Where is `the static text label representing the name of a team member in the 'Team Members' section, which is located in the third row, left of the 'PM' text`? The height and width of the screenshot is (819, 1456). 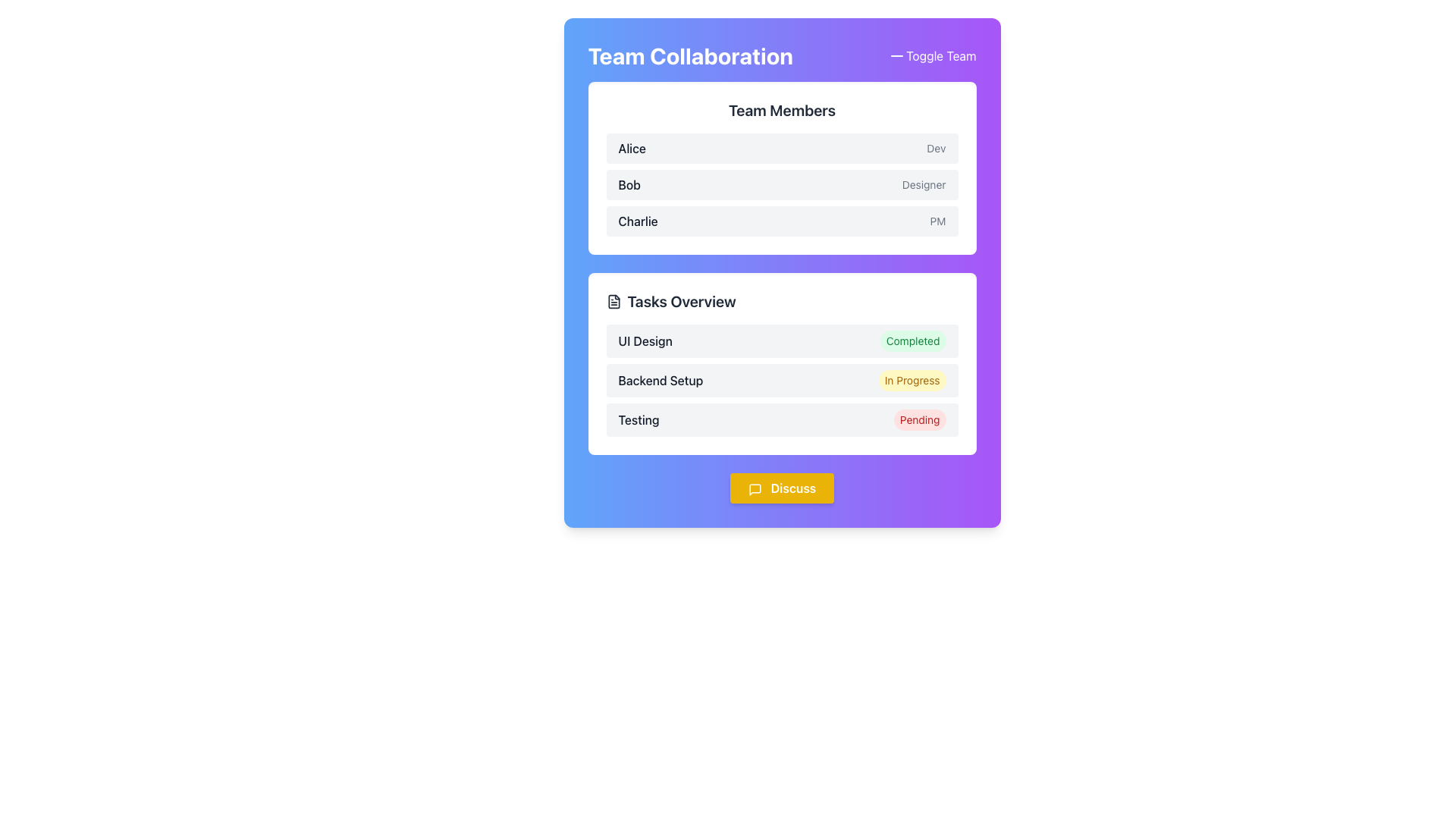 the static text label representing the name of a team member in the 'Team Members' section, which is located in the third row, left of the 'PM' text is located at coordinates (638, 221).